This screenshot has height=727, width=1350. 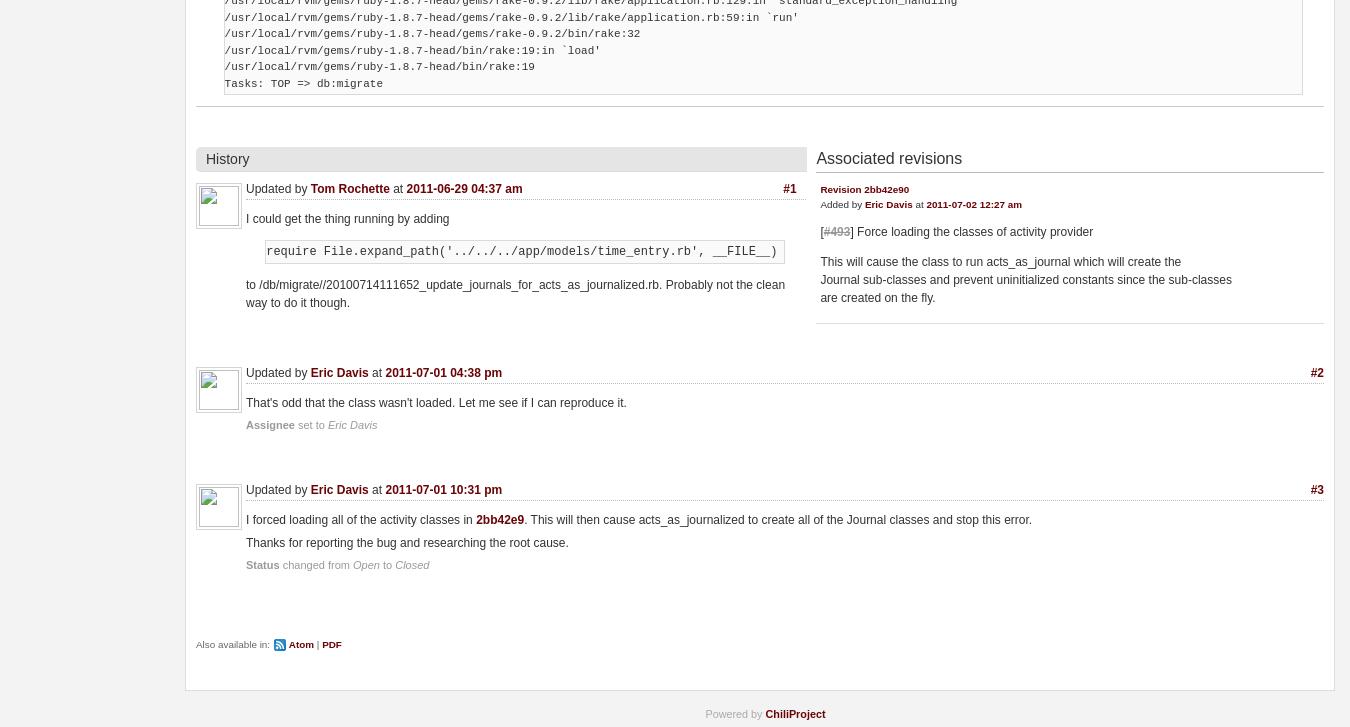 I want to click on '[', so click(x=819, y=231).